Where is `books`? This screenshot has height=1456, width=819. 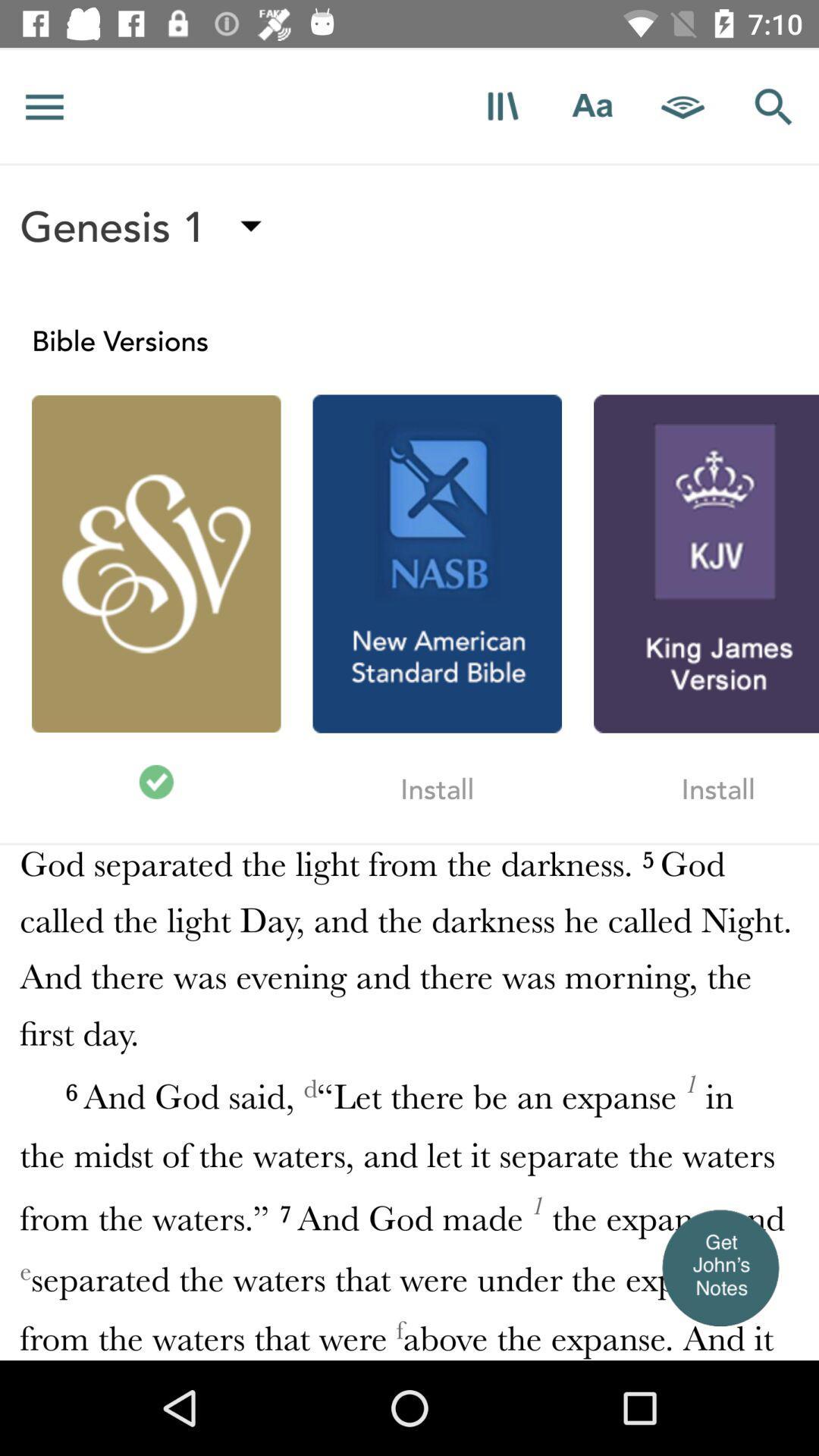
books is located at coordinates (502, 105).